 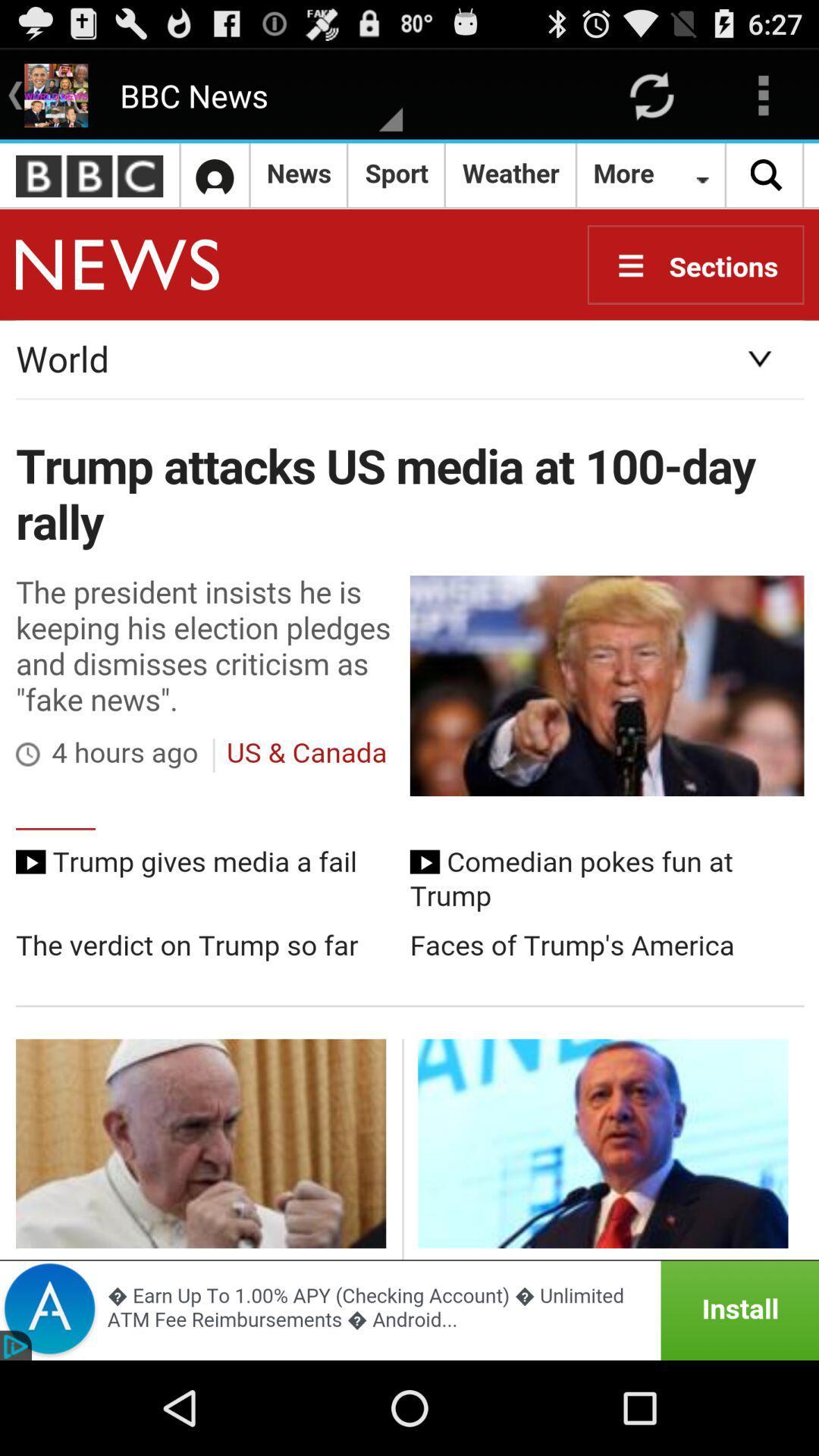 What do you see at coordinates (409, 1310) in the screenshot?
I see `advertisement page` at bounding box center [409, 1310].